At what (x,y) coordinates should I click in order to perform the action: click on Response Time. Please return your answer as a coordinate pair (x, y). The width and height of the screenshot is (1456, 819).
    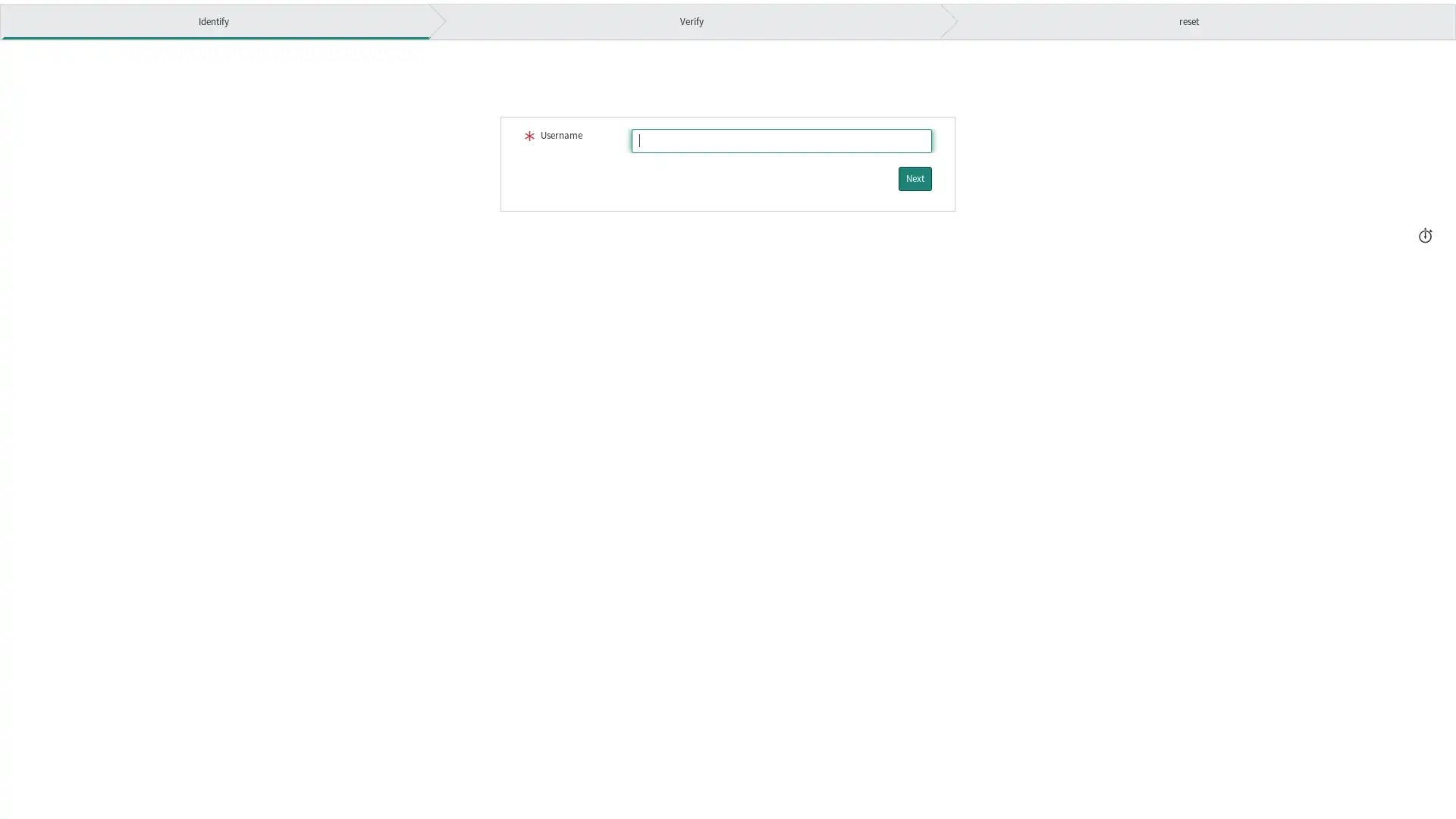
    Looking at the image, I should click on (1424, 233).